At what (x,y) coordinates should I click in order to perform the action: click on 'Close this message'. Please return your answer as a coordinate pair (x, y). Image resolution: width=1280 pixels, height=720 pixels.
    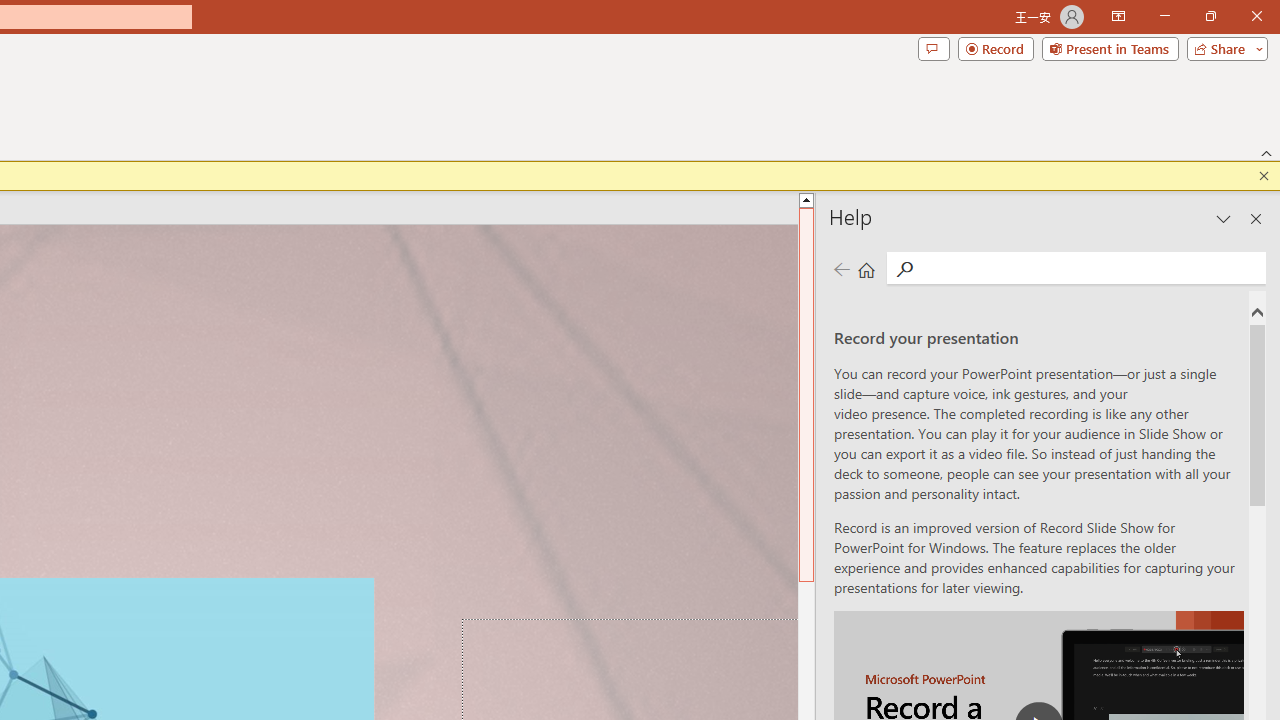
    Looking at the image, I should click on (1263, 175).